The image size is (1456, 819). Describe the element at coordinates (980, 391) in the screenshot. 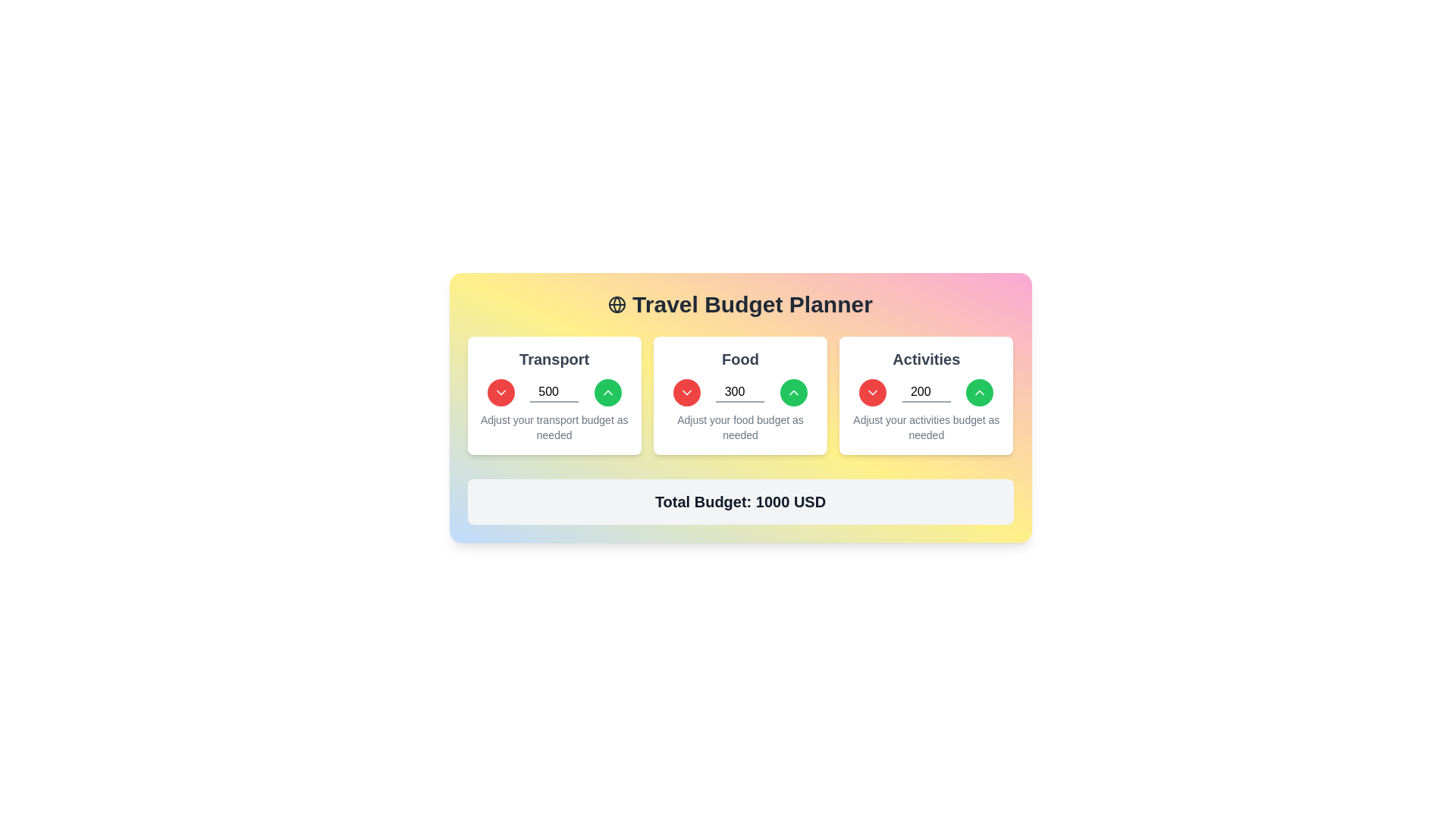

I see `the button located to the far right of the numeric input labeled '200' in the 'Activities' section` at that location.